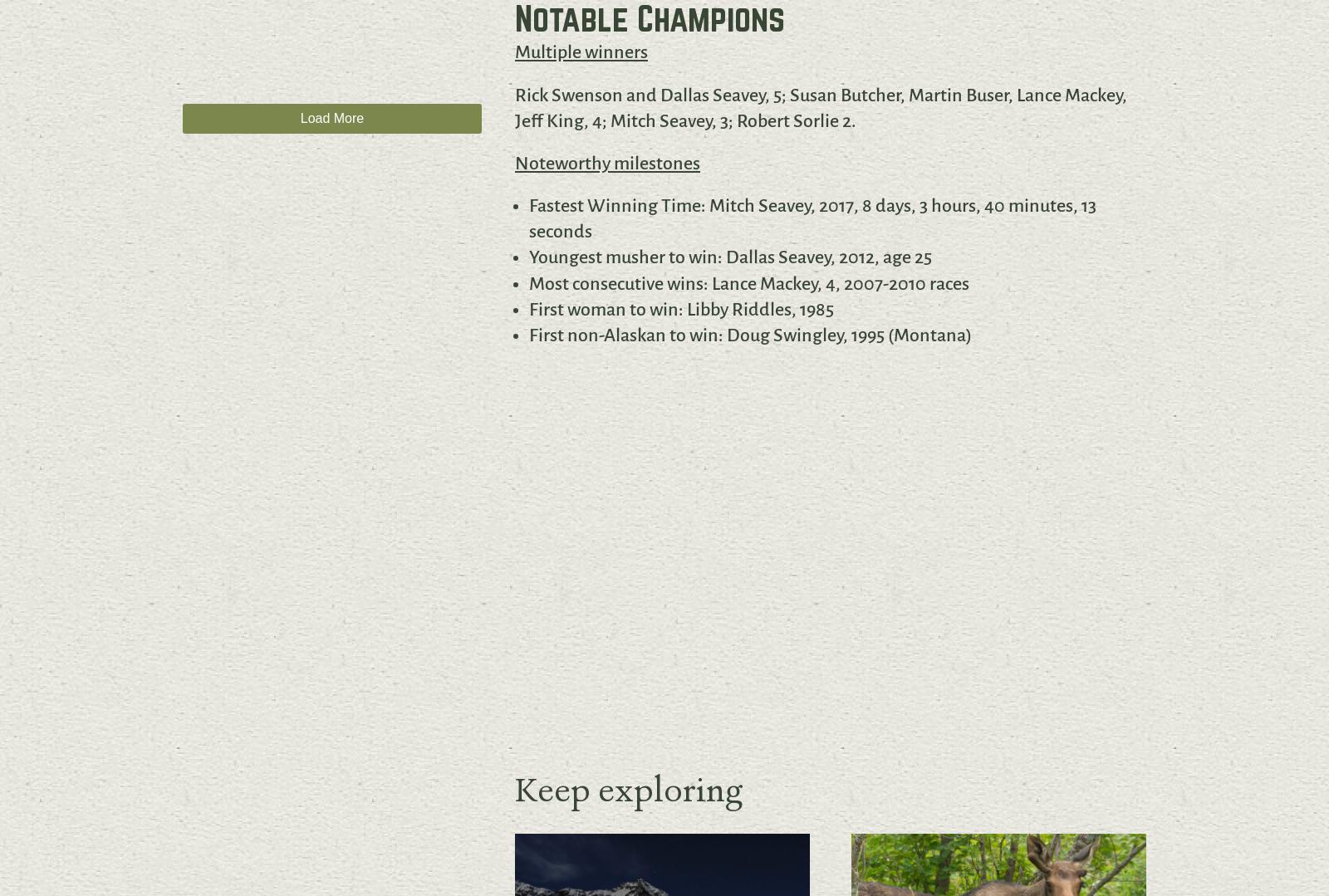  Describe the element at coordinates (581, 51) in the screenshot. I see `'Multiple winners'` at that location.